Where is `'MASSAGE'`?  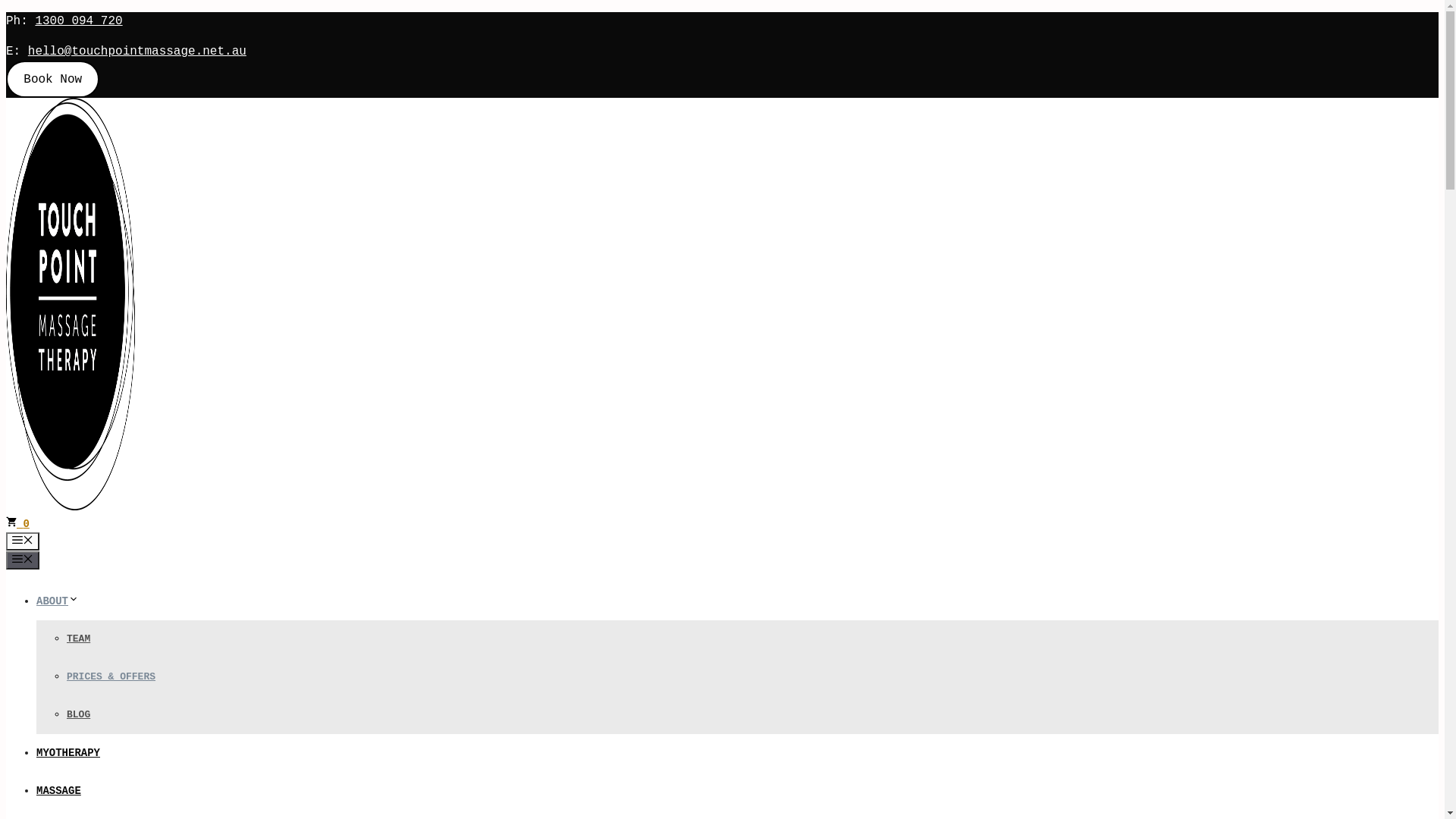 'MASSAGE' is located at coordinates (58, 789).